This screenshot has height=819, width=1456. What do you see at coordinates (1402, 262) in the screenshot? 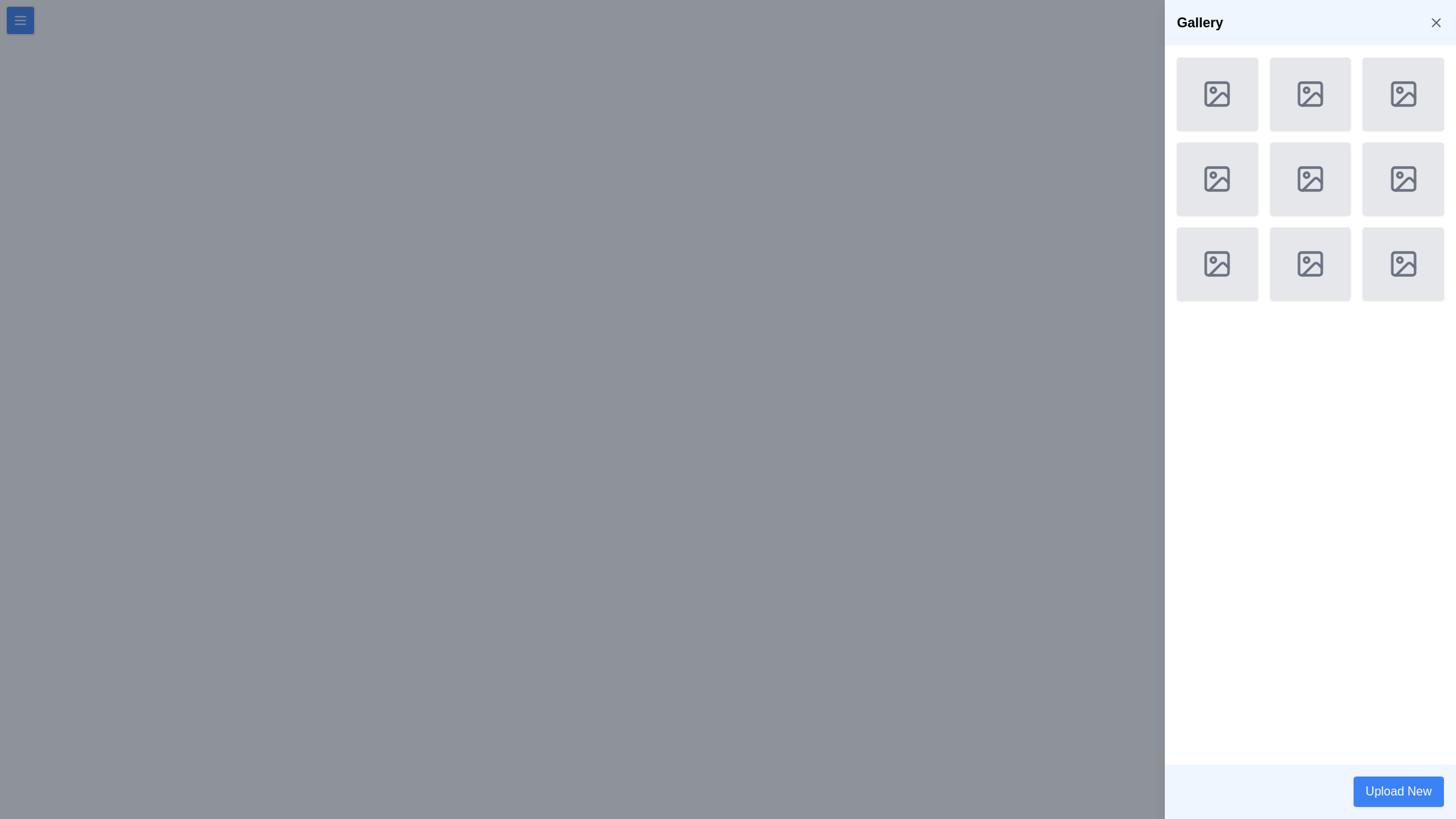
I see `the placeholder with an icon located in the bottom-right corner of the gallery layout, which represents a missing or generic image` at bounding box center [1402, 262].